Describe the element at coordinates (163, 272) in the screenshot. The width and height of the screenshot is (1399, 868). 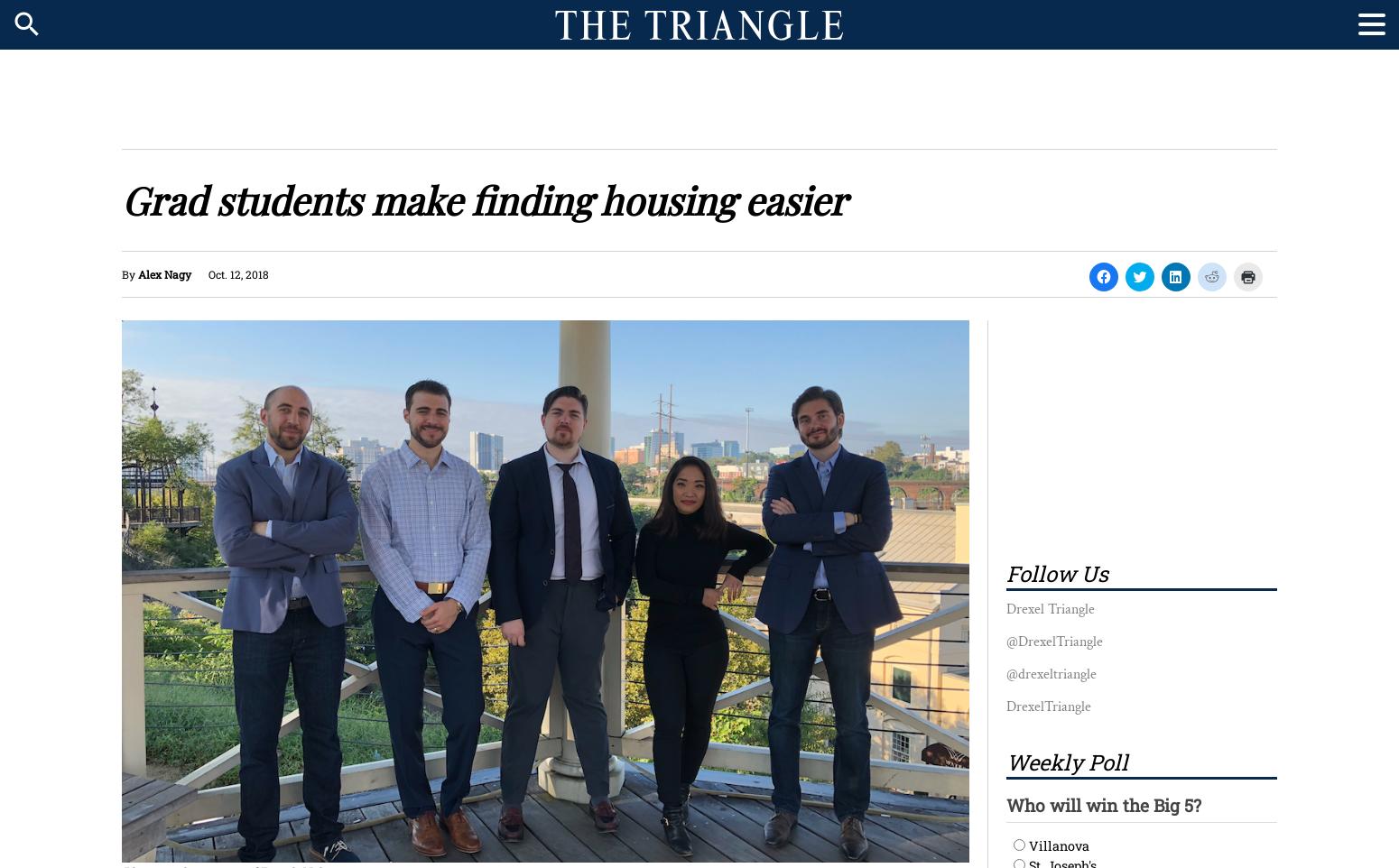
I see `'Alex Nagy'` at that location.